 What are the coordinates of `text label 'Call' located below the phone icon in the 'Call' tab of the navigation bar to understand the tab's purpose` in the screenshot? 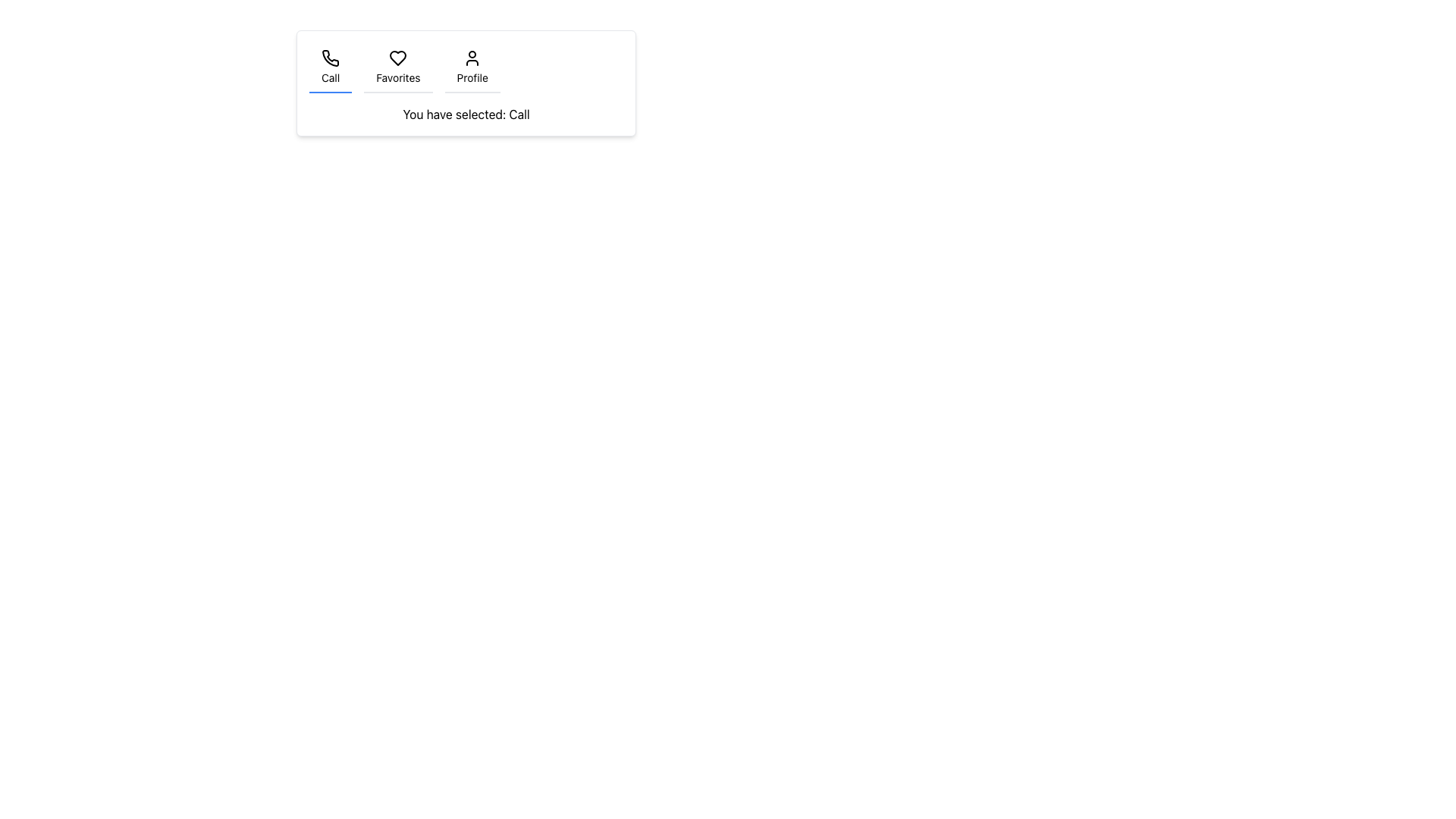 It's located at (330, 78).